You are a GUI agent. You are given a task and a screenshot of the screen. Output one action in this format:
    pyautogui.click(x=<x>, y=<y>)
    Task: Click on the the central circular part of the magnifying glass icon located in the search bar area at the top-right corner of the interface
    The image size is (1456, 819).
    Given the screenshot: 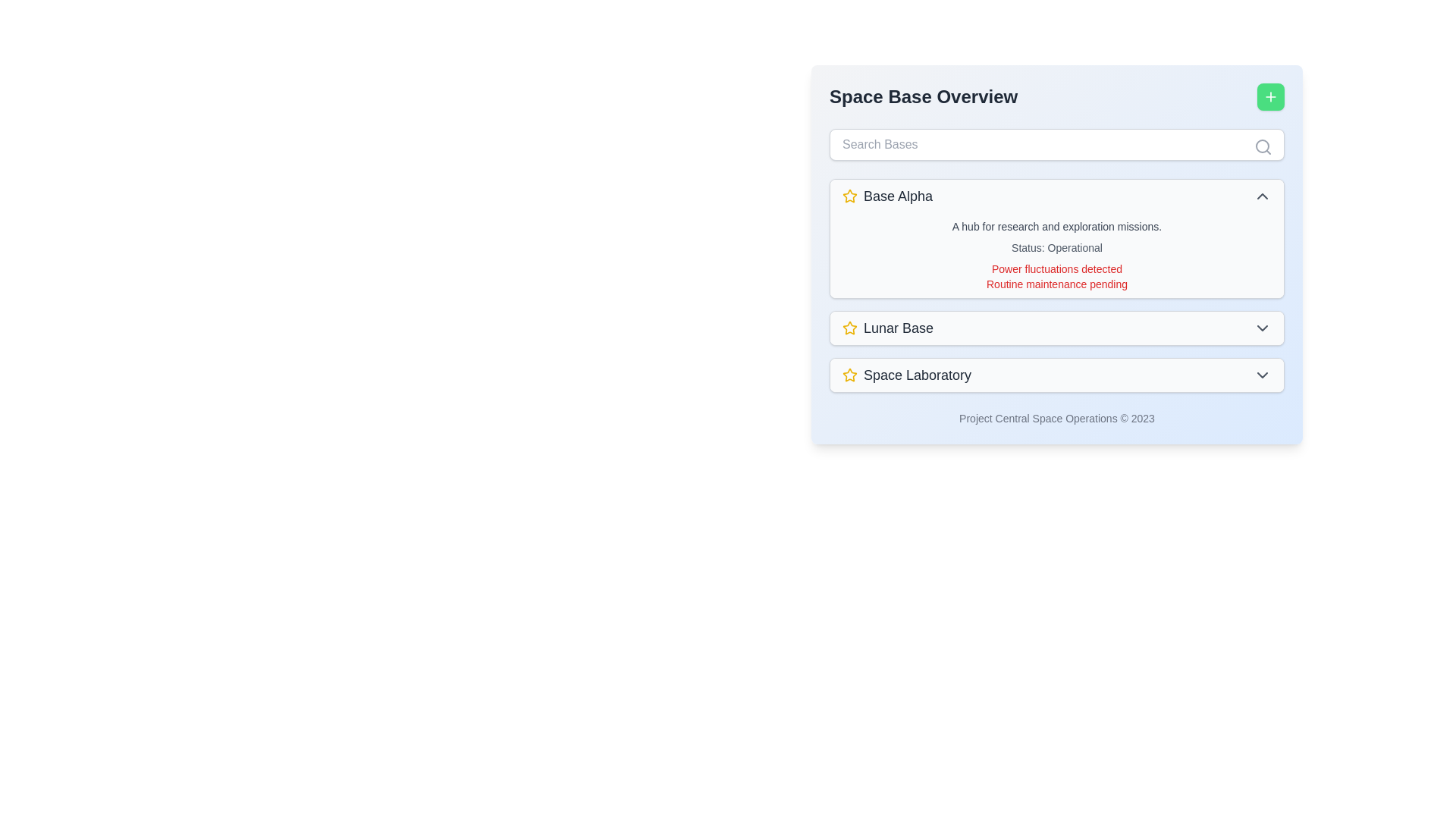 What is the action you would take?
    pyautogui.click(x=1263, y=146)
    